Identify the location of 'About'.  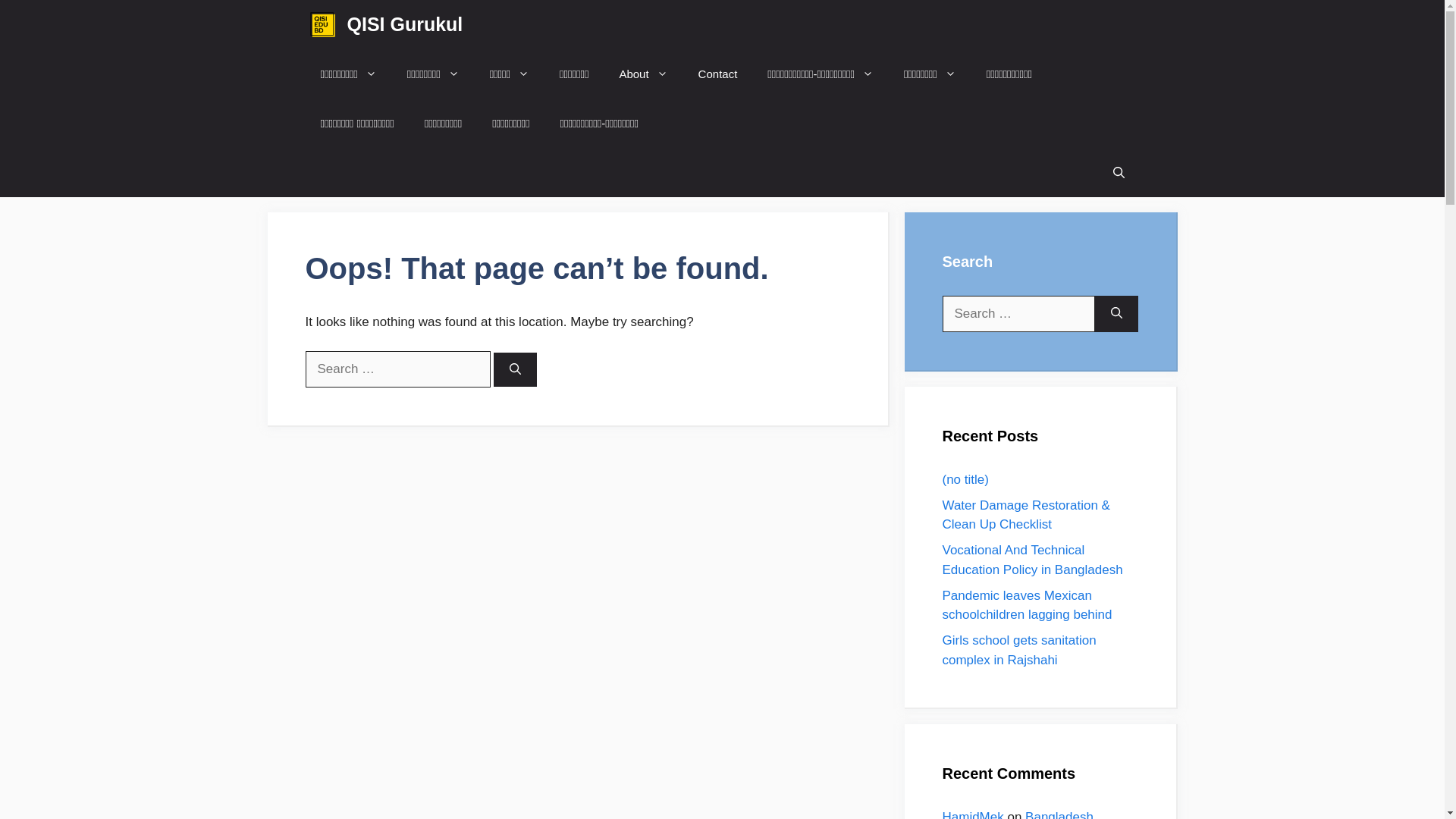
(643, 74).